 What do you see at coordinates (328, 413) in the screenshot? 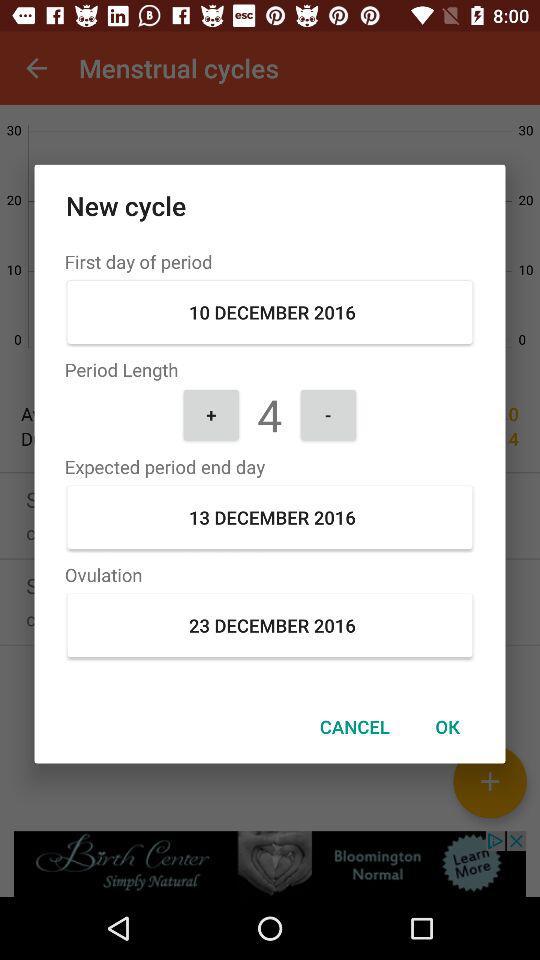
I see `icon above the expected period end item` at bounding box center [328, 413].